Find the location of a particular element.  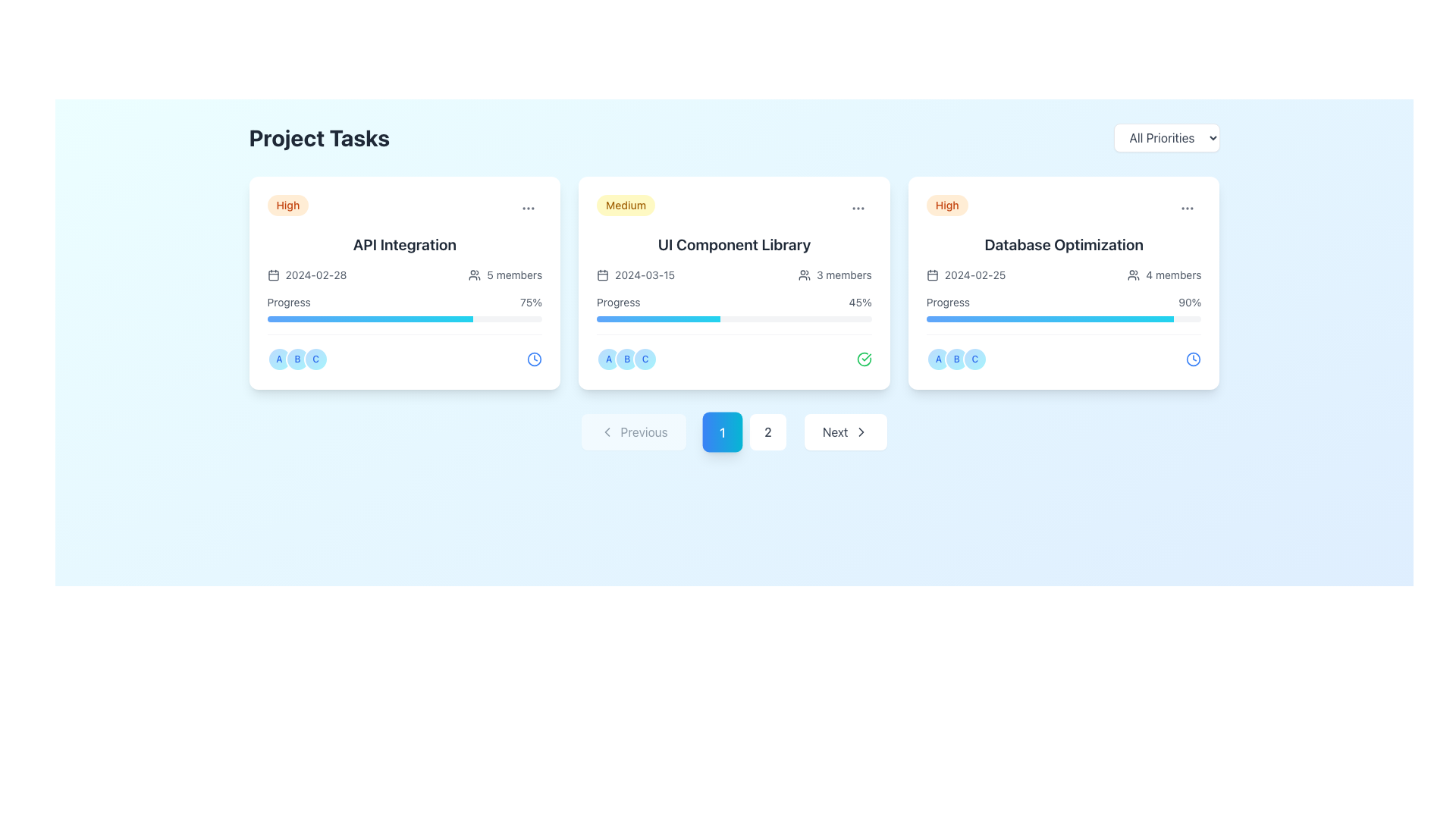

the interactive option menu button located at the top right corner of the 'API Integration' card is located at coordinates (529, 208).